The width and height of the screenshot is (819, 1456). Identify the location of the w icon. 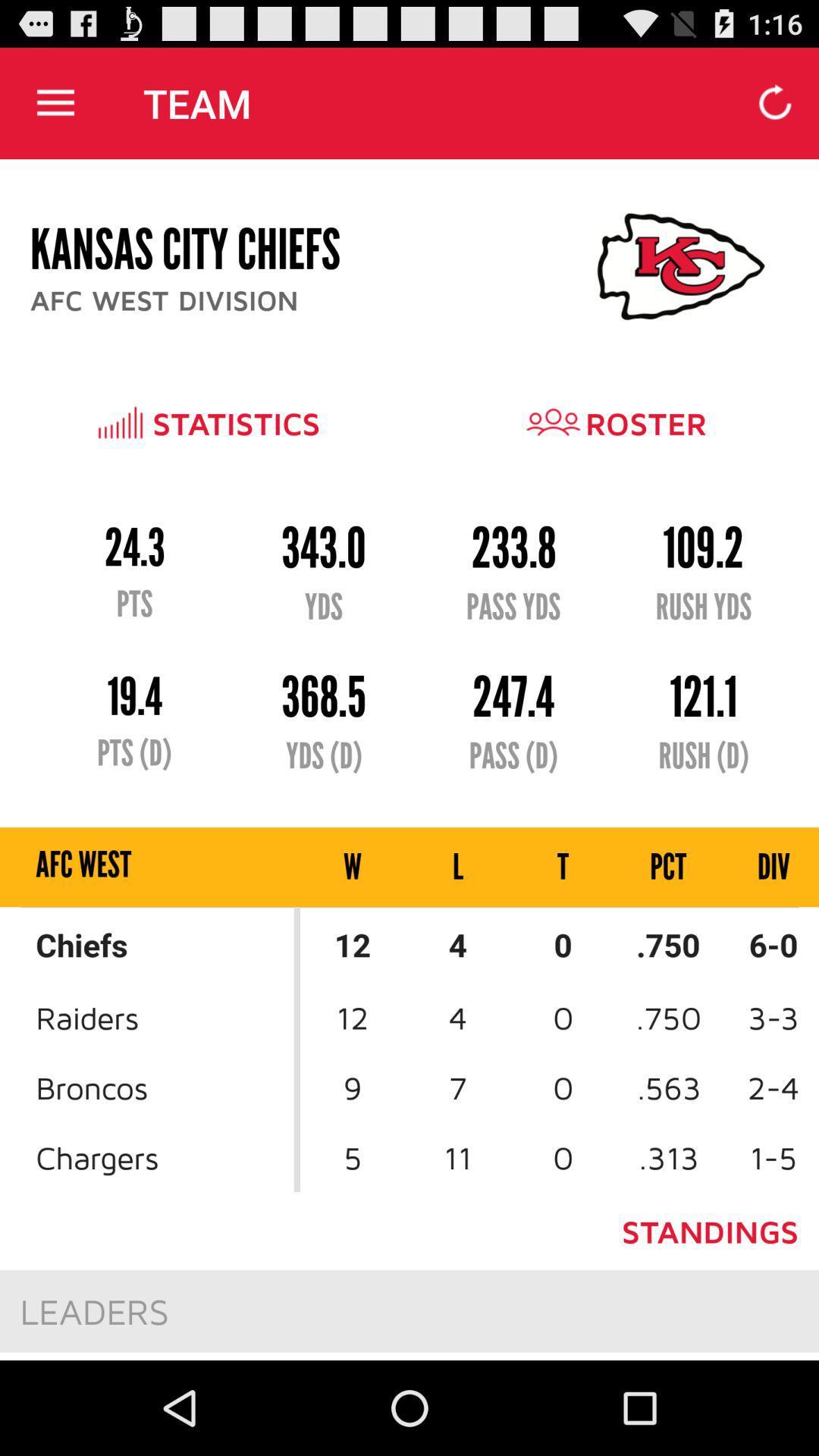
(353, 867).